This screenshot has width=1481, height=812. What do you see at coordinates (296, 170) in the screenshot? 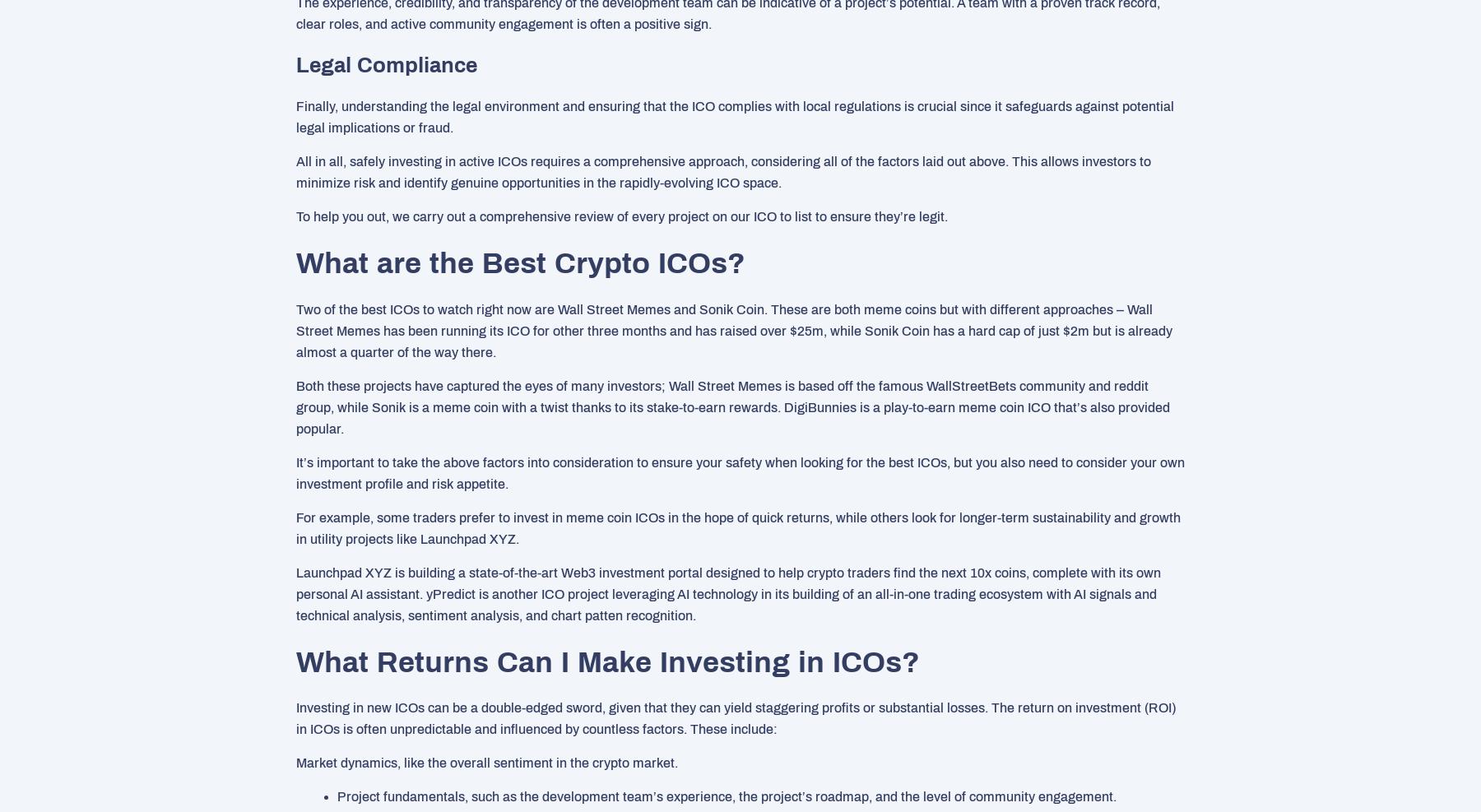
I see `'All in all, safely investing in active ICOs requires a comprehensive approach, considering all of the factors laid out above. This allows investors to minimize risk and identify genuine opportunities in the rapidly-evolving ICO space.'` at bounding box center [296, 170].